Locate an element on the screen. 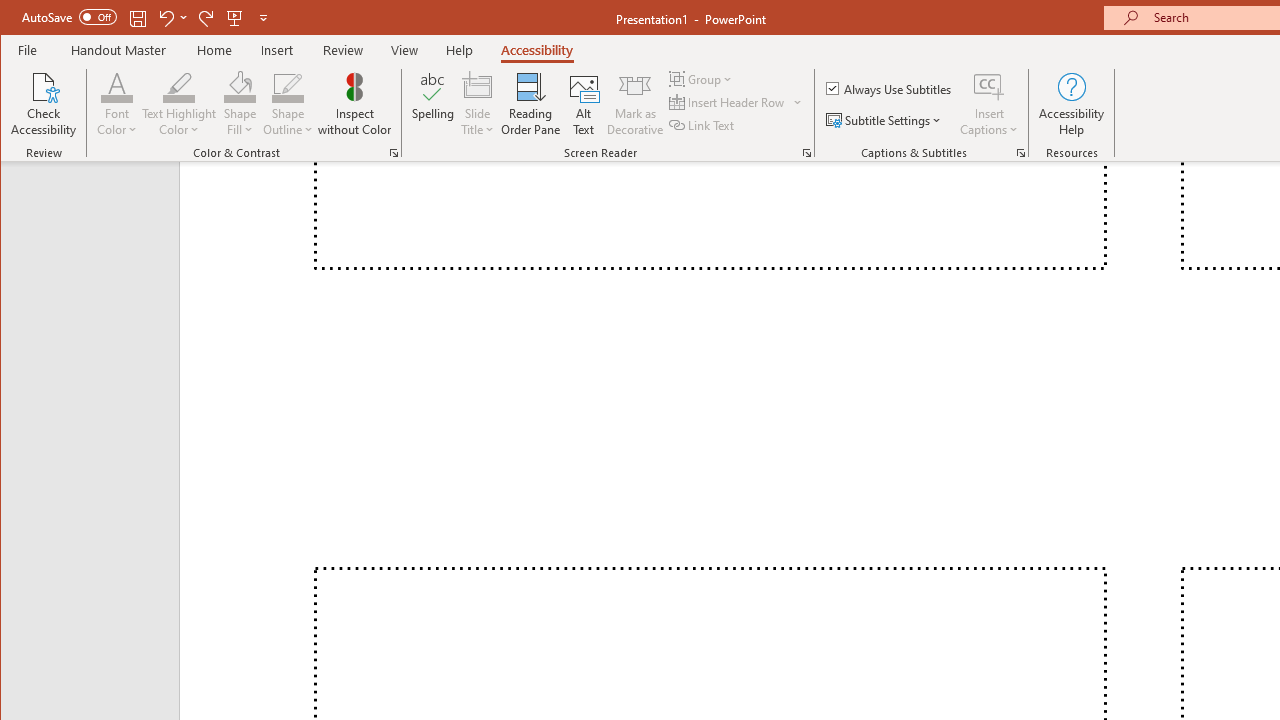 This screenshot has width=1280, height=720. 'Home' is located at coordinates (214, 49).